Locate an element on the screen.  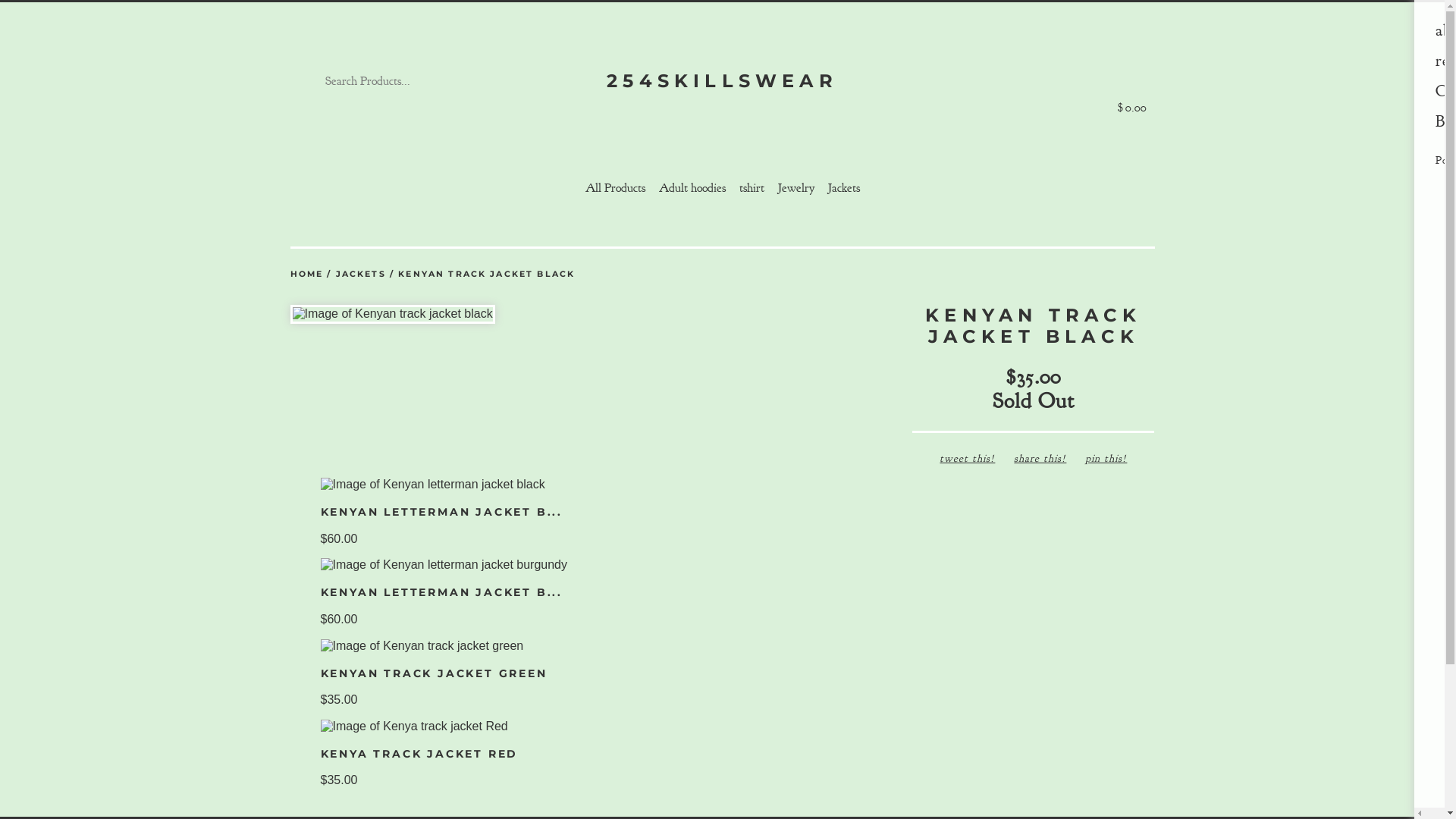
'Jewelry' is located at coordinates (771, 187).